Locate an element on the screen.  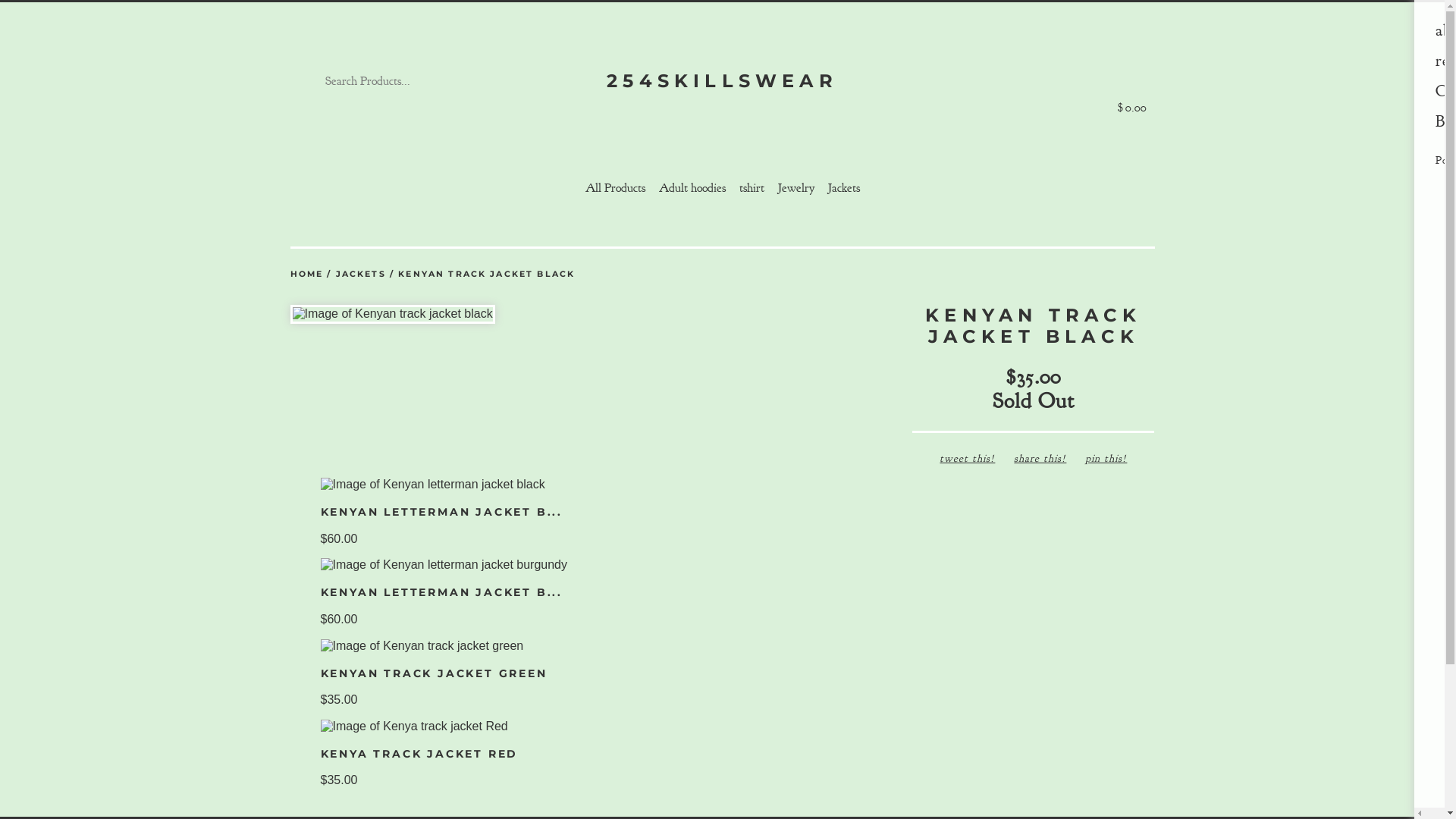
'Jewelry' is located at coordinates (771, 187).